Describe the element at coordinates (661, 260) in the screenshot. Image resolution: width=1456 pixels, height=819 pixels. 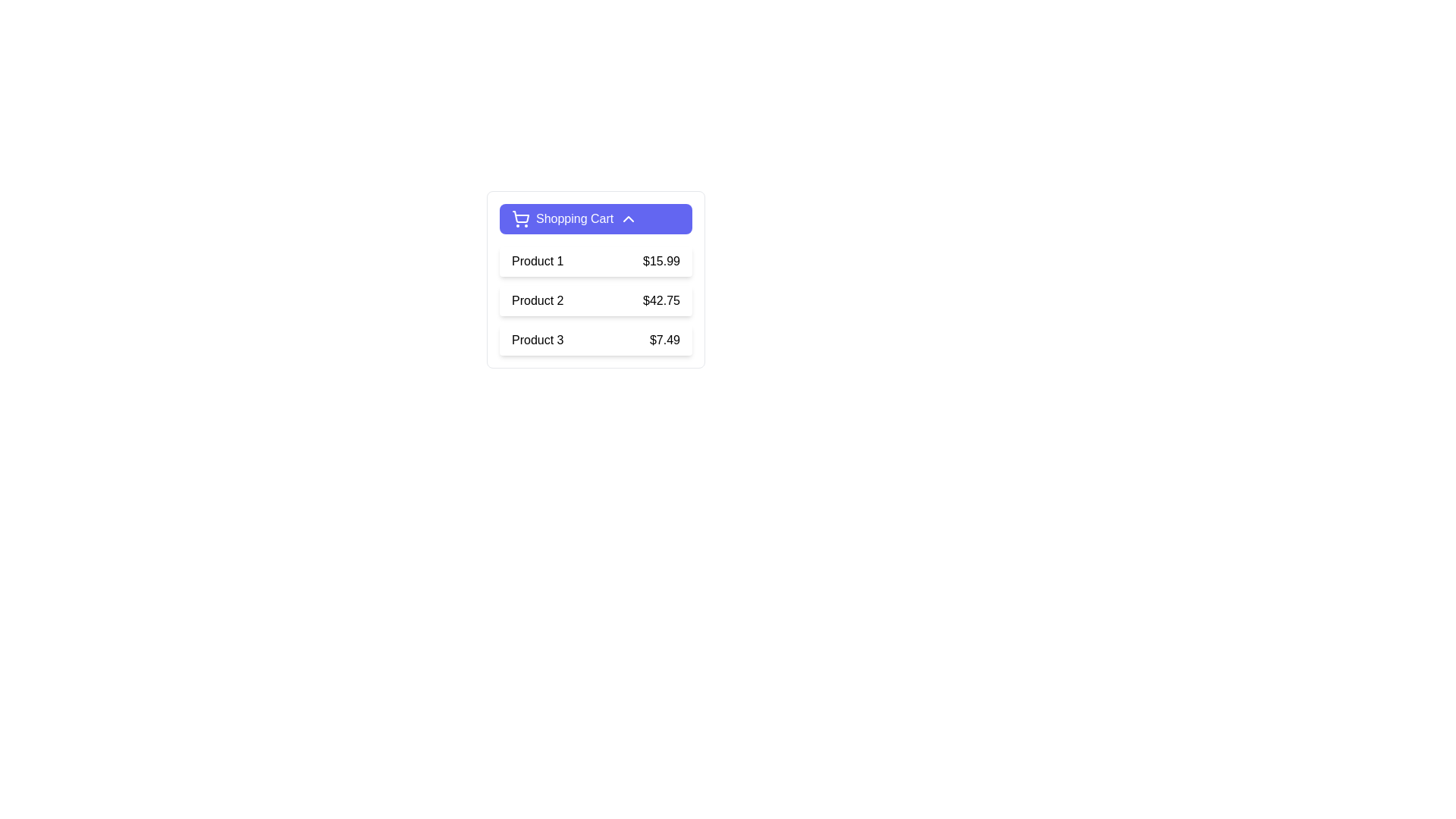
I see `the price label displaying '$15.99', which is positioned to the right of 'Product 1' in the first entry of the list` at that location.